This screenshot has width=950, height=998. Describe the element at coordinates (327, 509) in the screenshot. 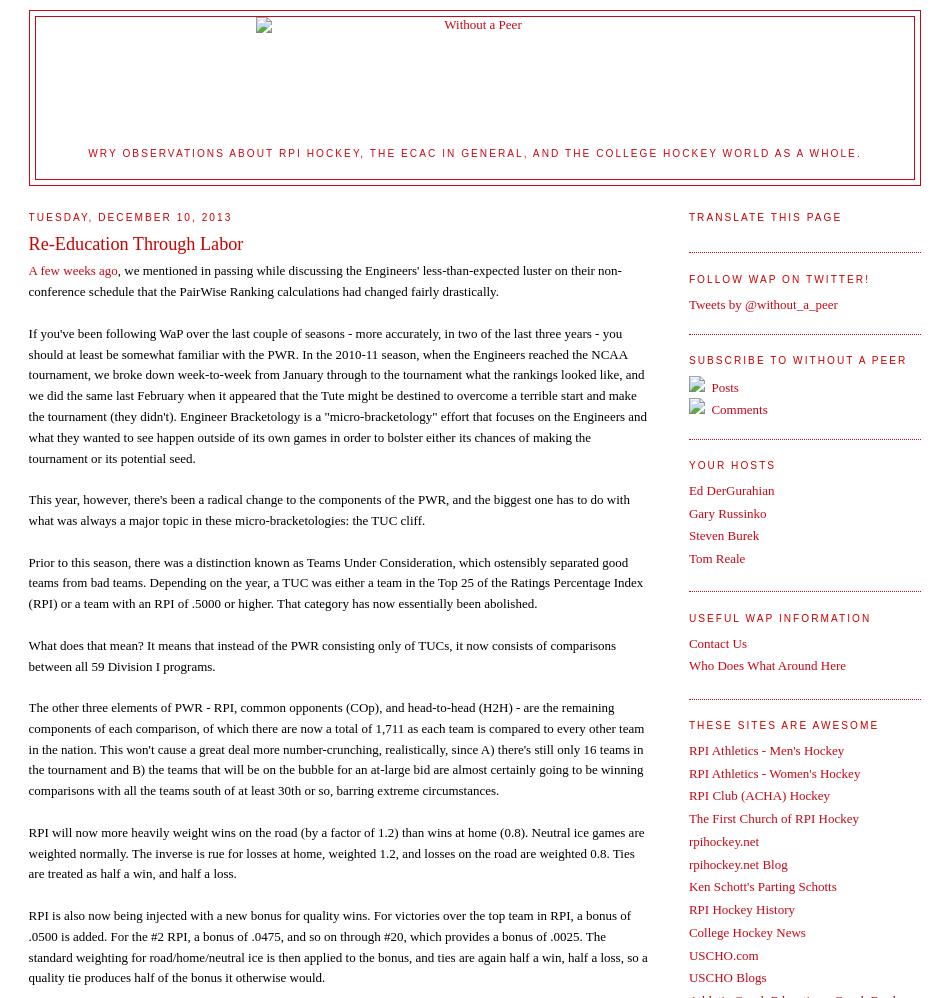

I see `'This year, however, there's been a radical change to the components of the PWR, and the biggest one has to do with what was always a major topic in these micro-bracketologies: the TUC cliff.'` at that location.